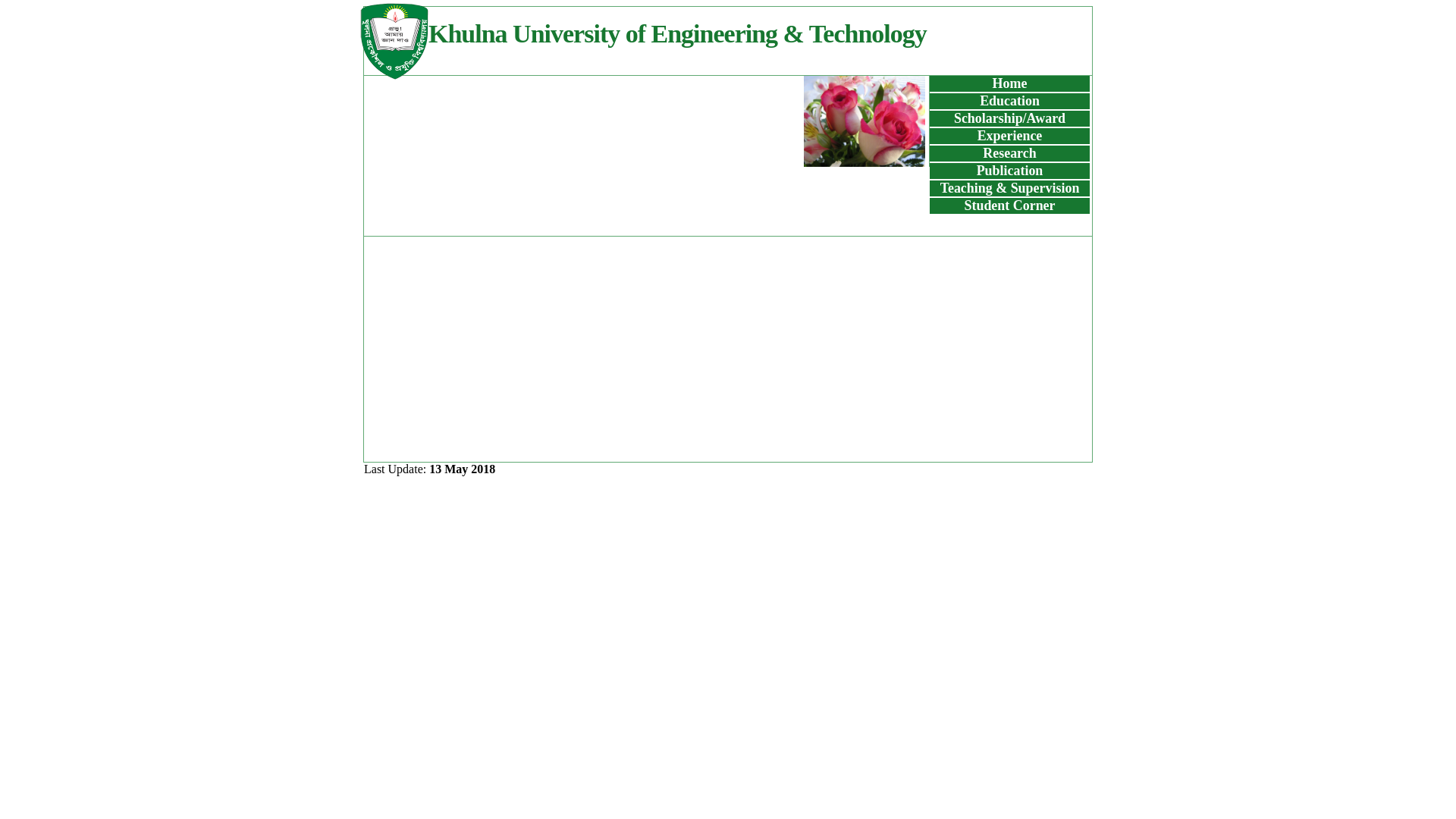  Describe the element at coordinates (1009, 83) in the screenshot. I see `'Home'` at that location.